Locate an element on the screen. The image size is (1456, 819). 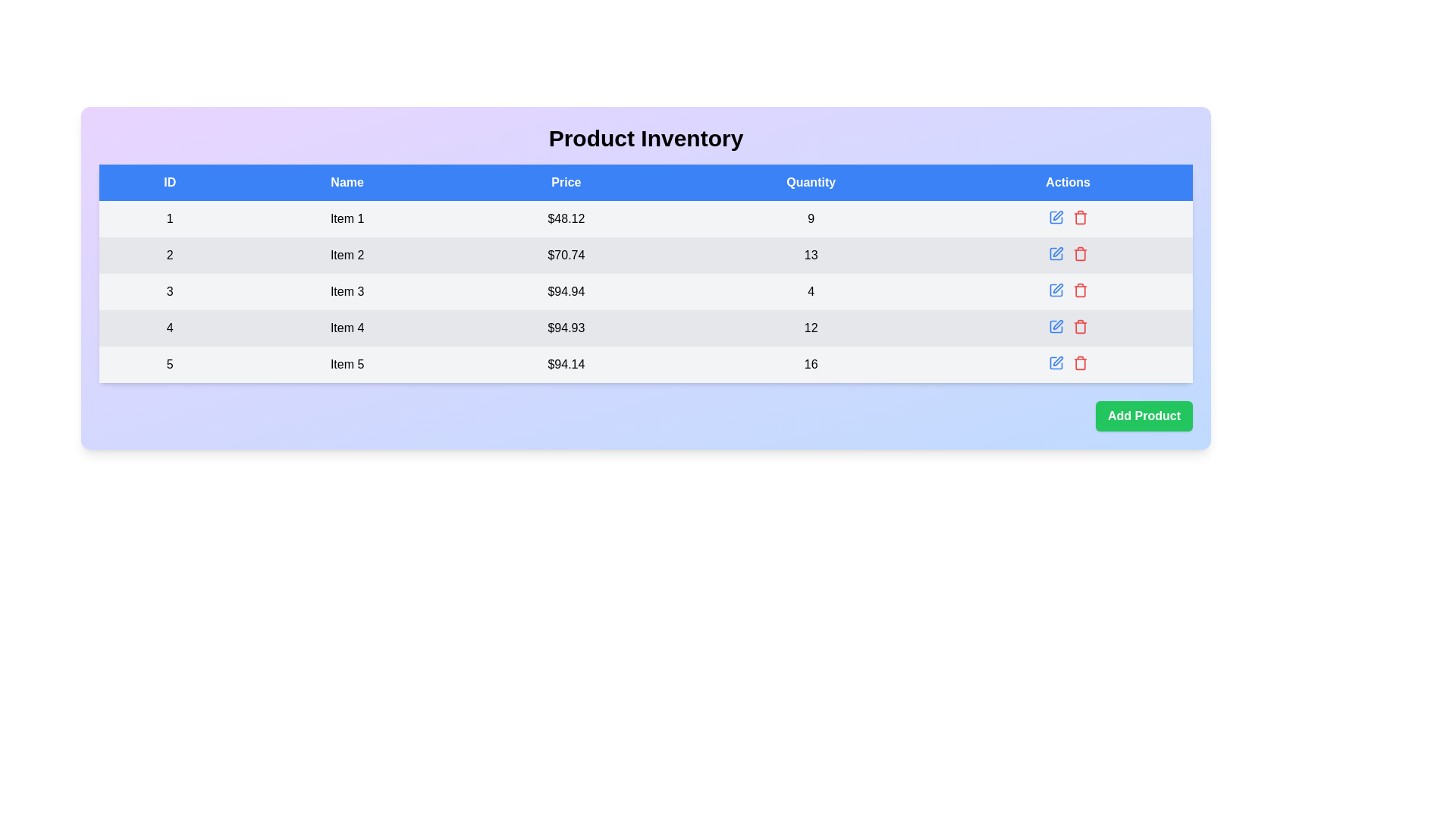
the edit icon located in the 'Actions' column of the 4th row in the table is located at coordinates (1055, 326).